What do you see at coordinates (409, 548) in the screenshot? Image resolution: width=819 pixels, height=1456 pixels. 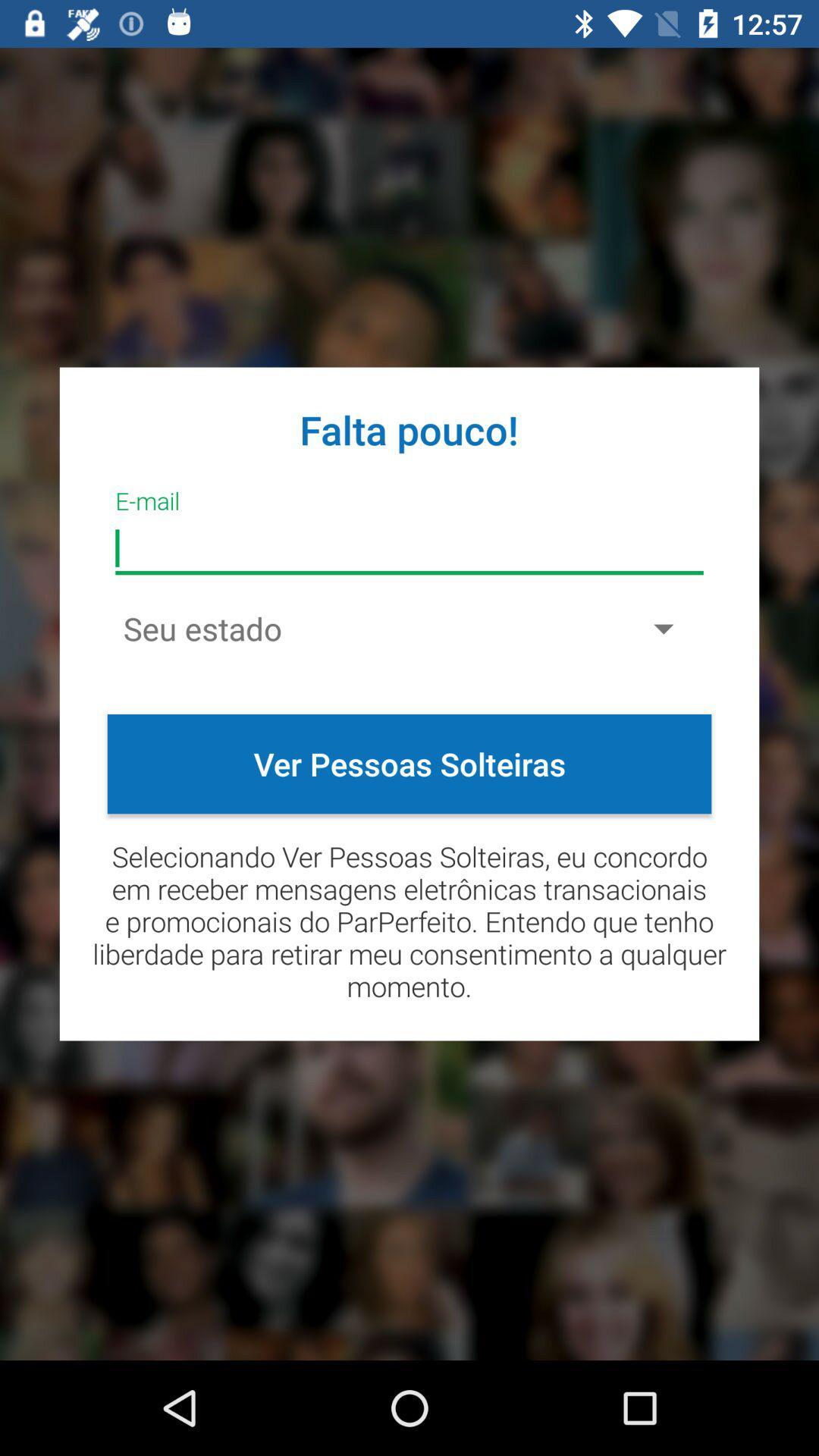 I see `e-mail address` at bounding box center [409, 548].